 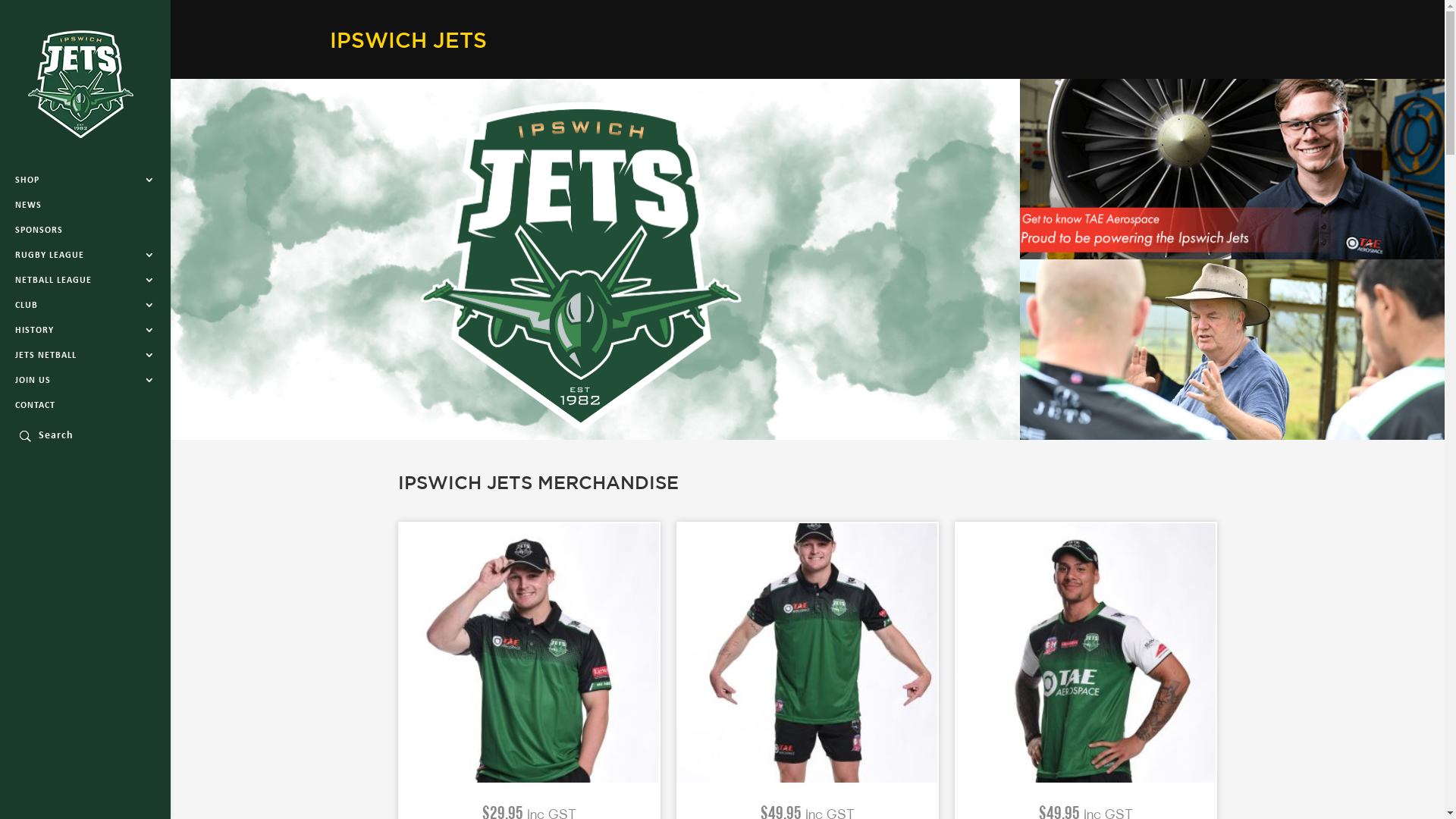 What do you see at coordinates (0, 329) in the screenshot?
I see `'HISTORY'` at bounding box center [0, 329].